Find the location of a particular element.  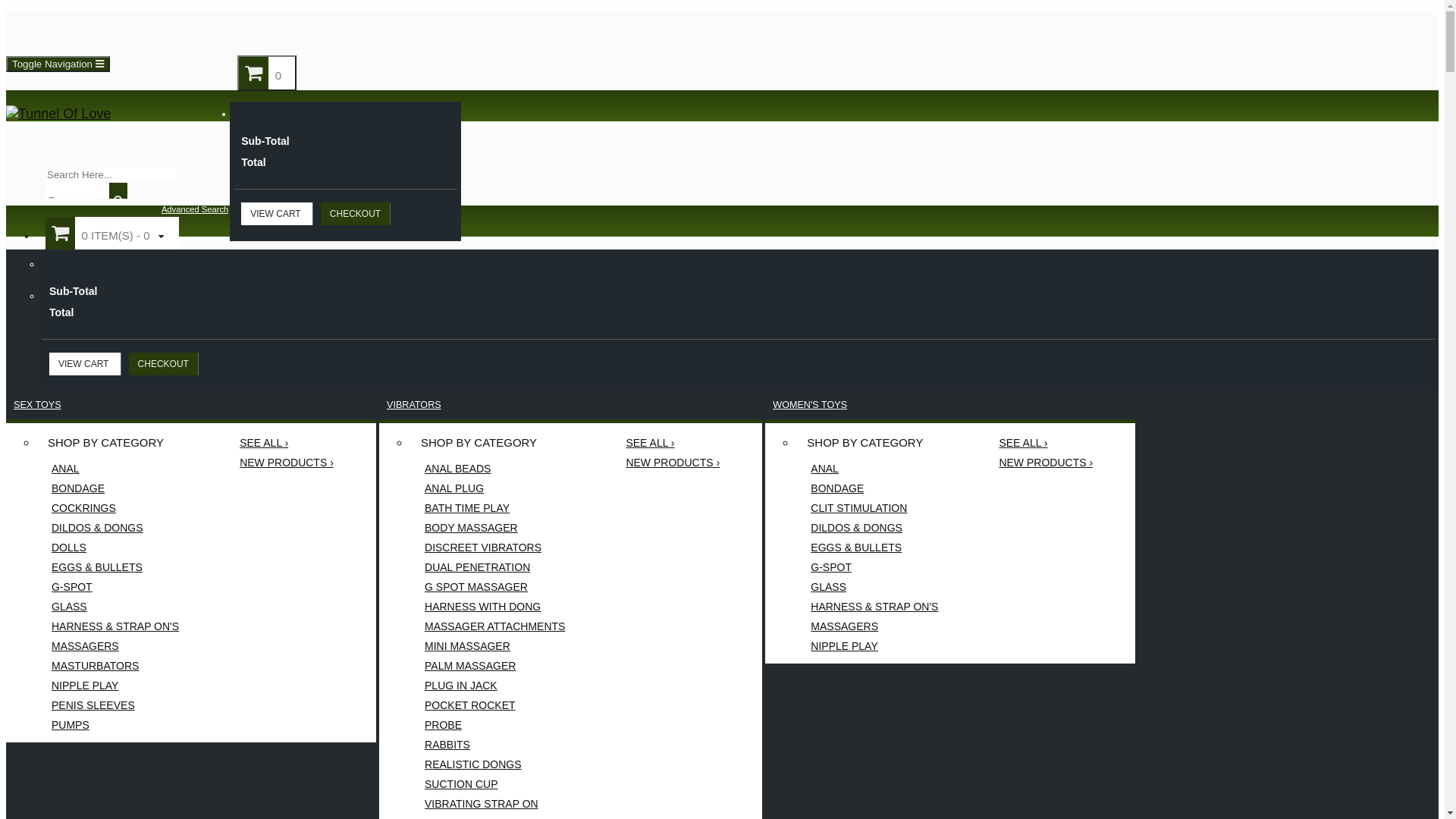

'ANAL BEADS' is located at coordinates (494, 467).